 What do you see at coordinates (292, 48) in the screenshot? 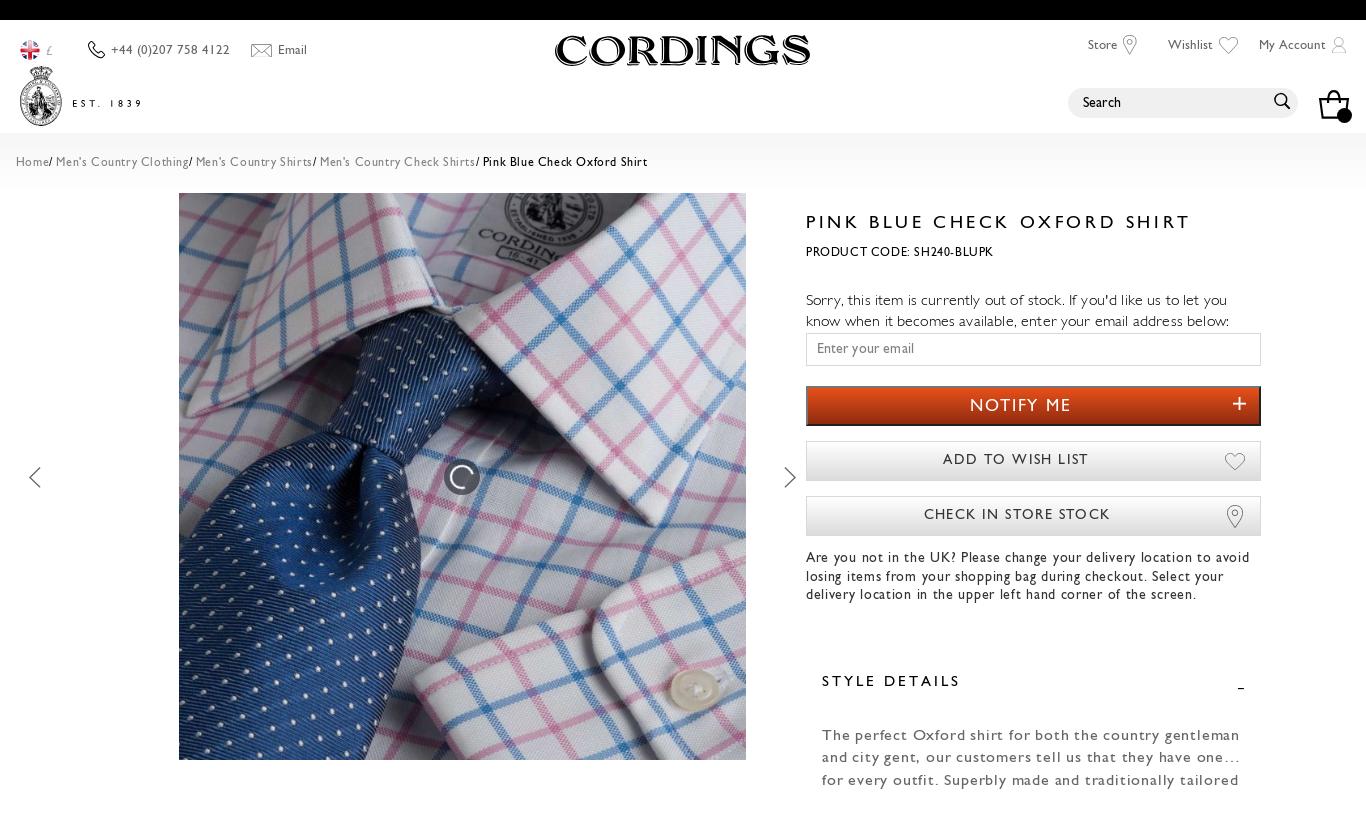
I see `'Email'` at bounding box center [292, 48].